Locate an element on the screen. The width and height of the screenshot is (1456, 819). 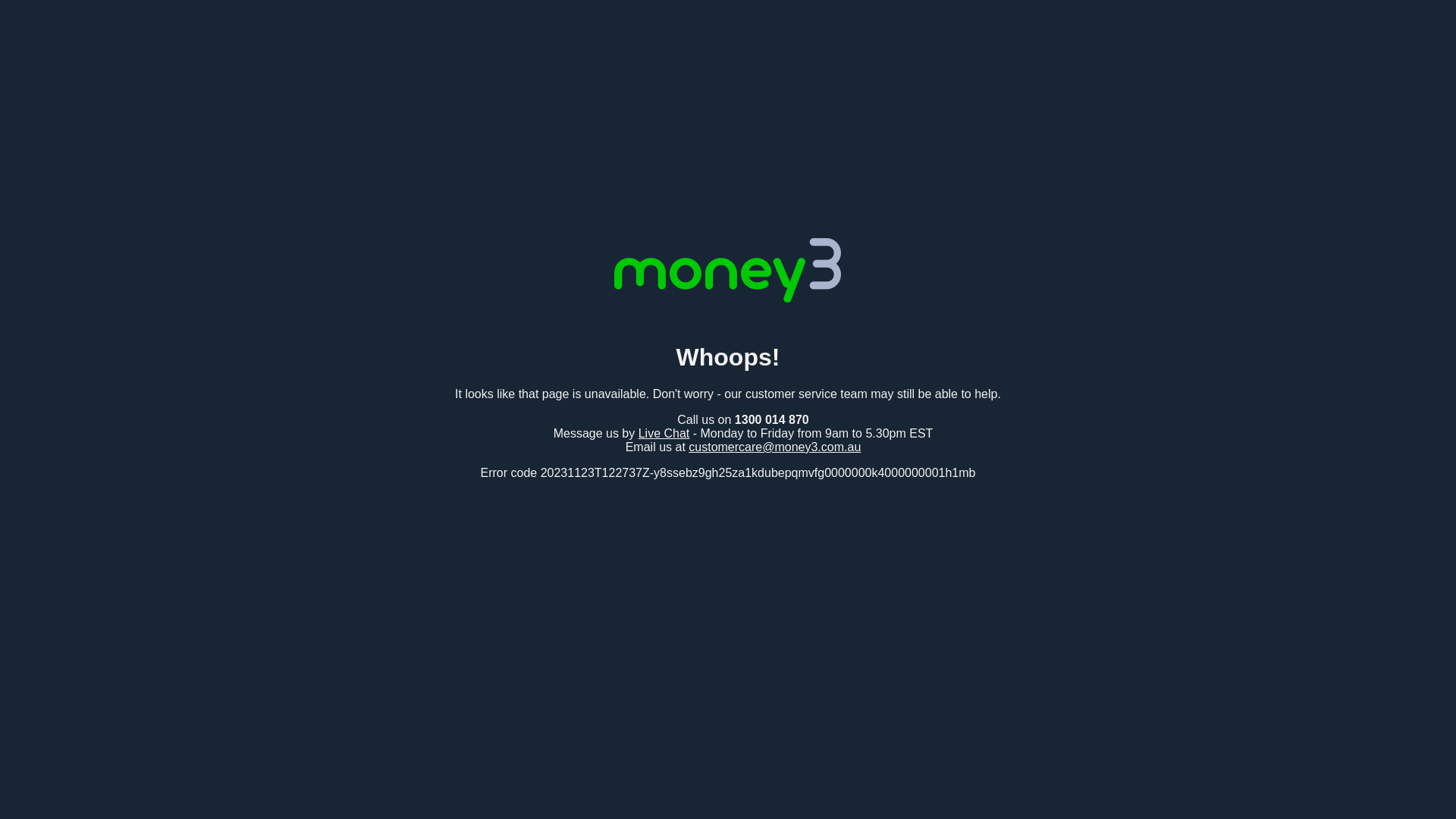
'customercare@money3.com.au' is located at coordinates (774, 446).